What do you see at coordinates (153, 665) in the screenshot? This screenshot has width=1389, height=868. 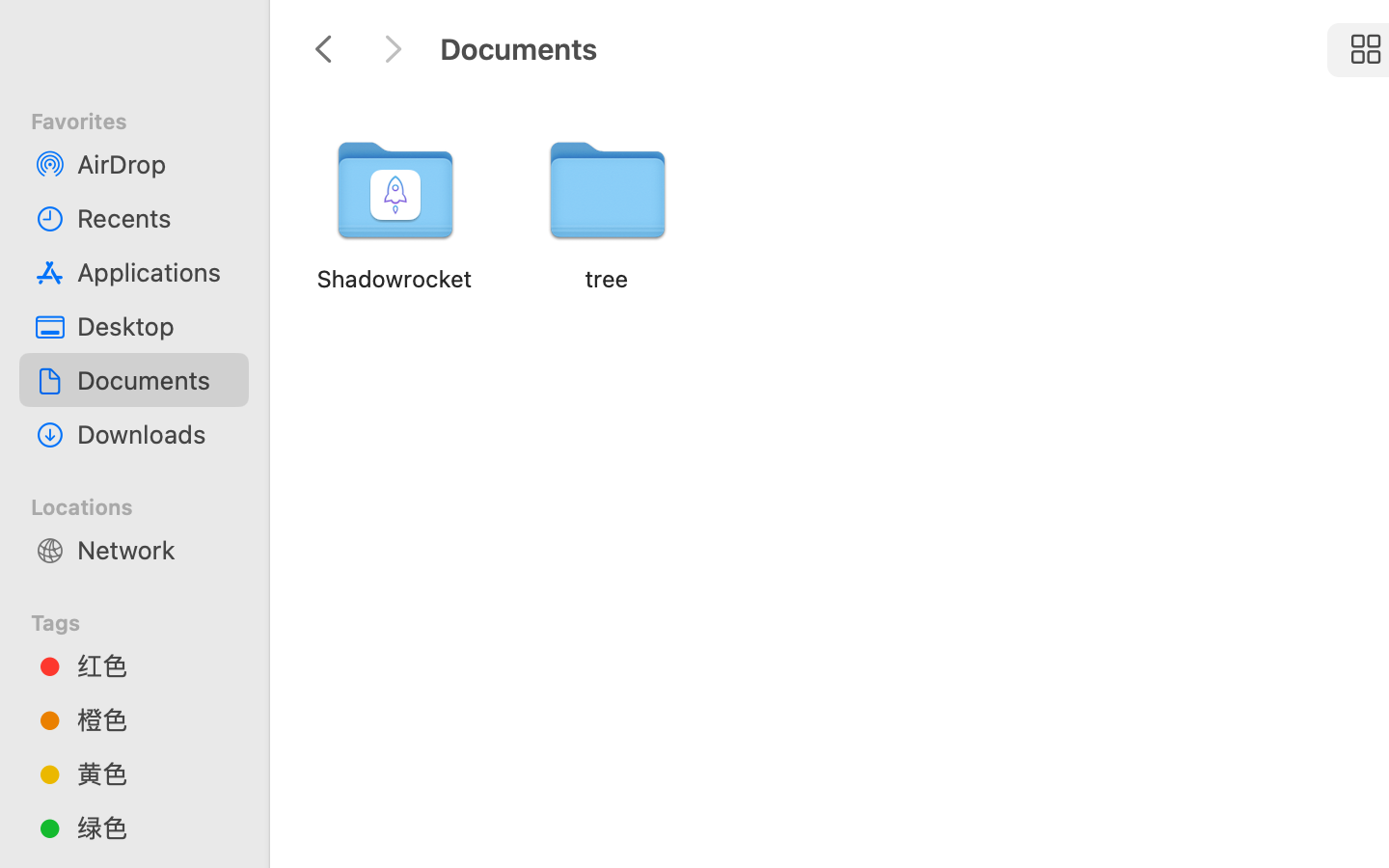 I see `'红色'` at bounding box center [153, 665].